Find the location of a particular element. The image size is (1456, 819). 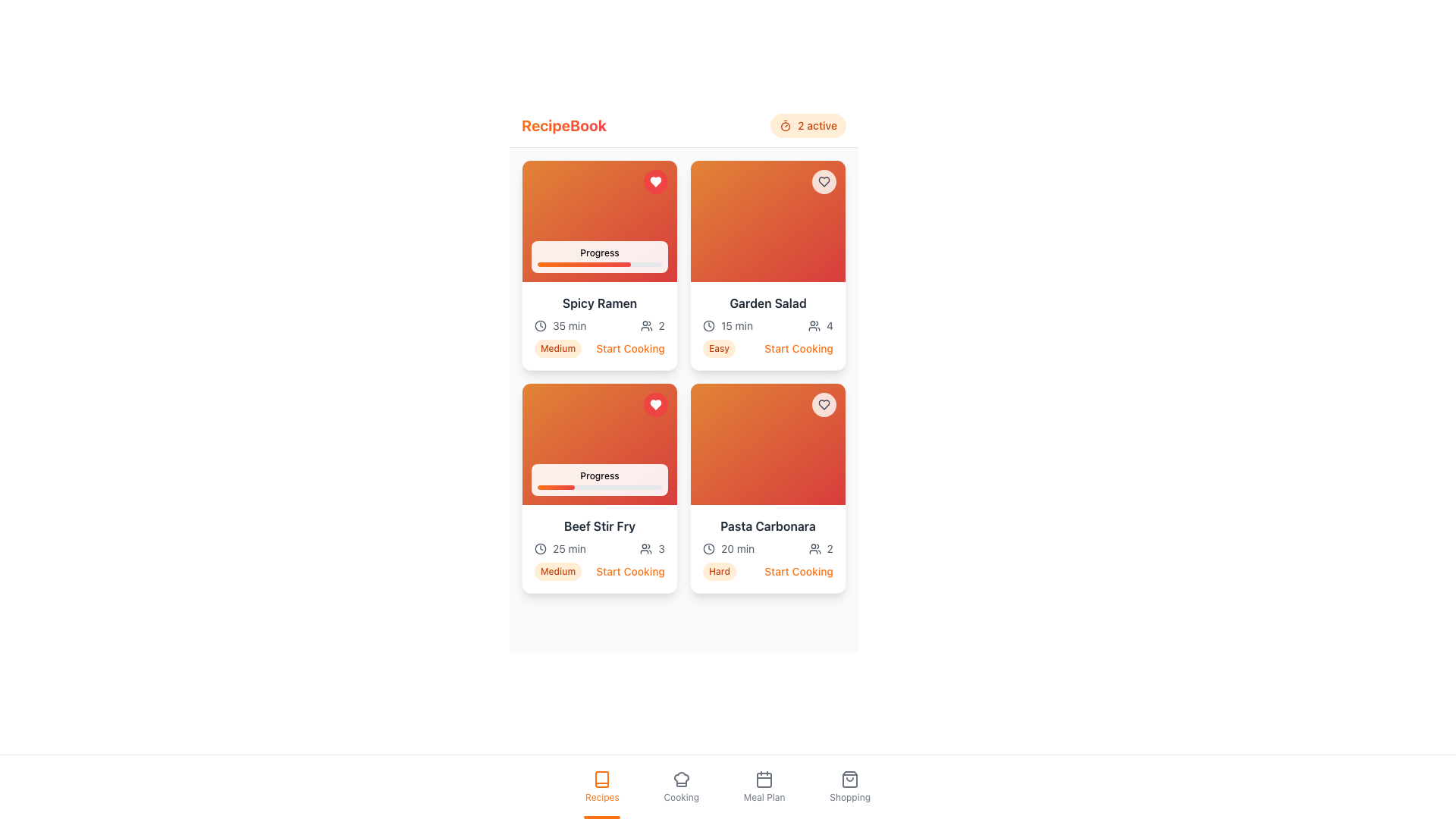

the Text label within the styled badge that indicates the status of active items or ongoing processes, located in the top right area of the interface adjacent to a timer icon is located at coordinates (817, 124).